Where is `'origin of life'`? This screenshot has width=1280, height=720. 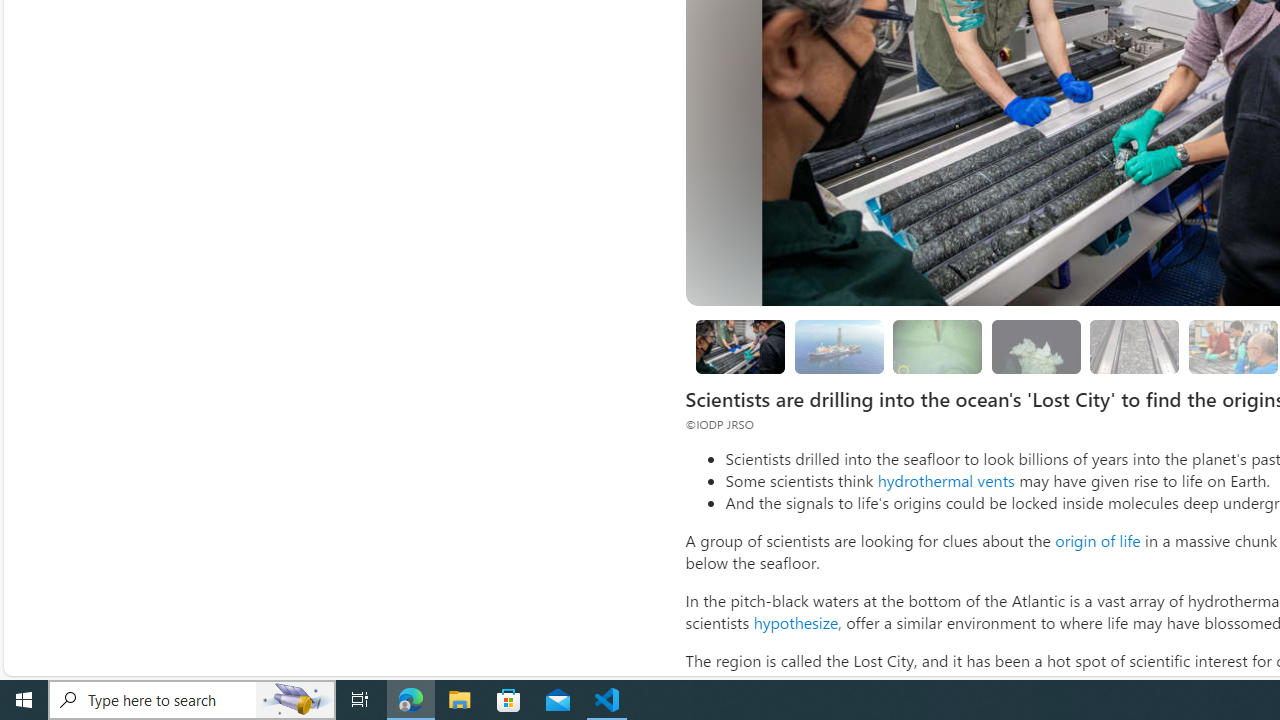 'origin of life' is located at coordinates (1096, 540).